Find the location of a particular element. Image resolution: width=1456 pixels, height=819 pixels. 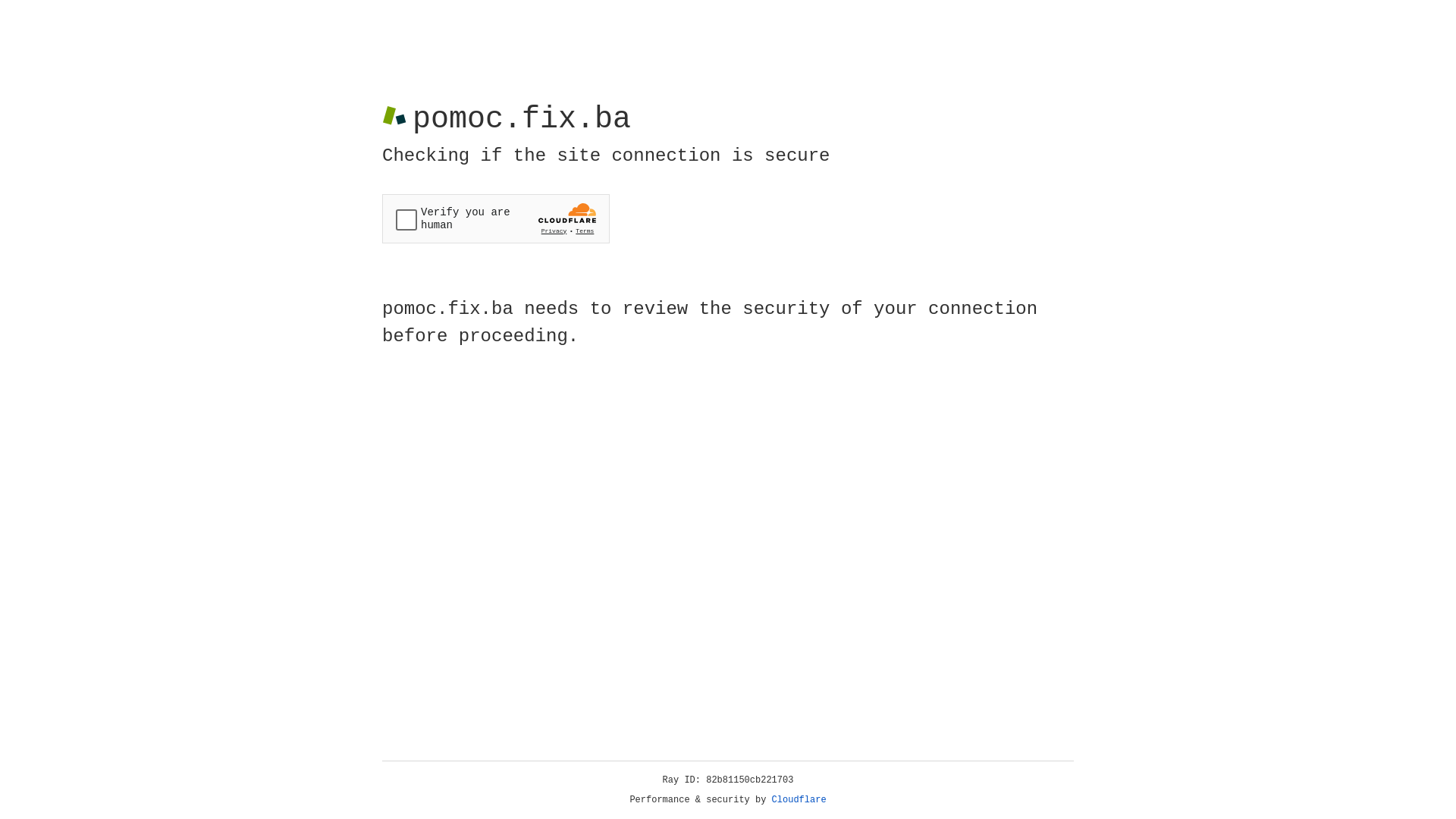

'Cloudflare' is located at coordinates (799, 799).